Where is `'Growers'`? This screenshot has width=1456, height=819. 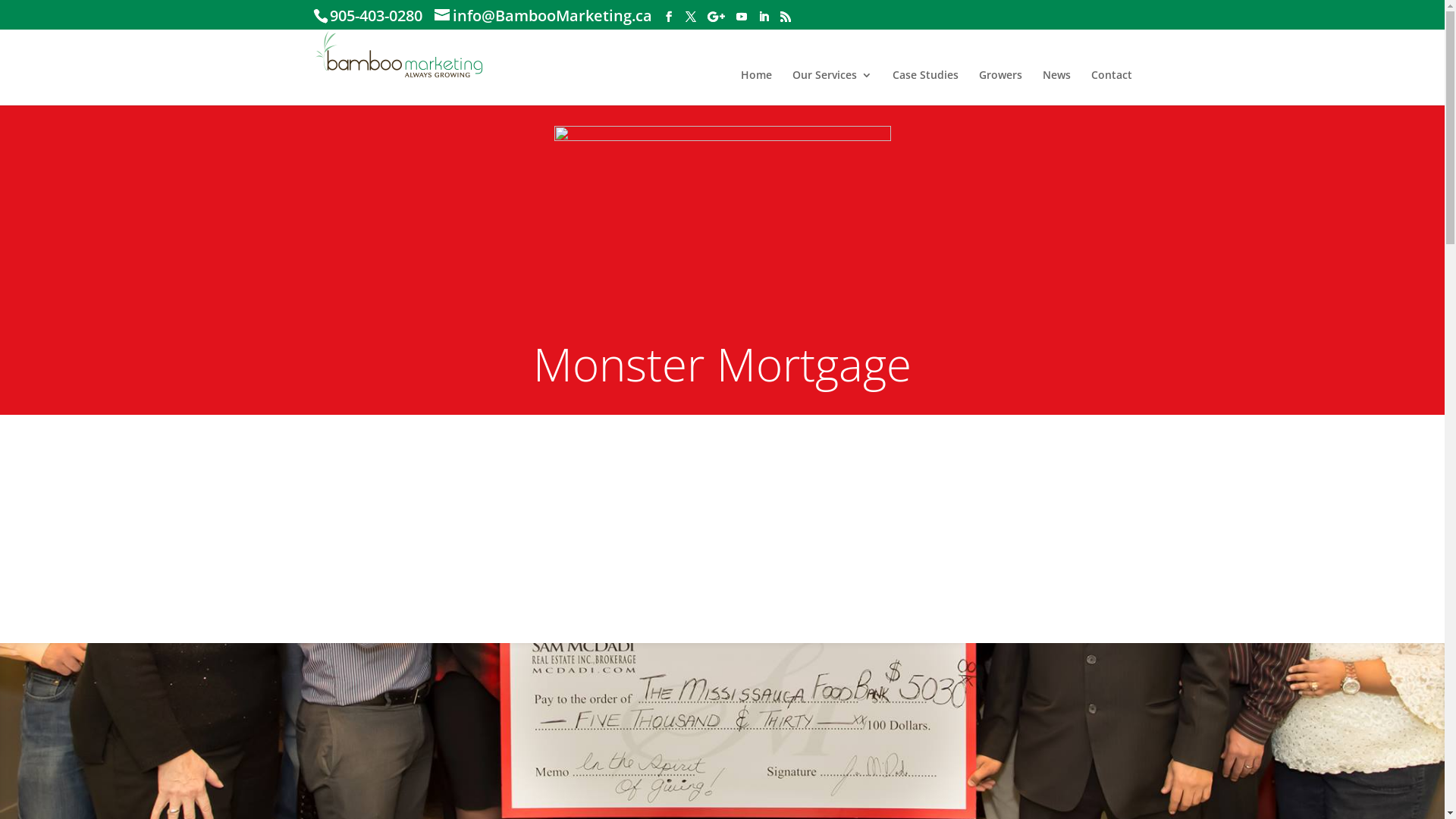 'Growers' is located at coordinates (999, 87).